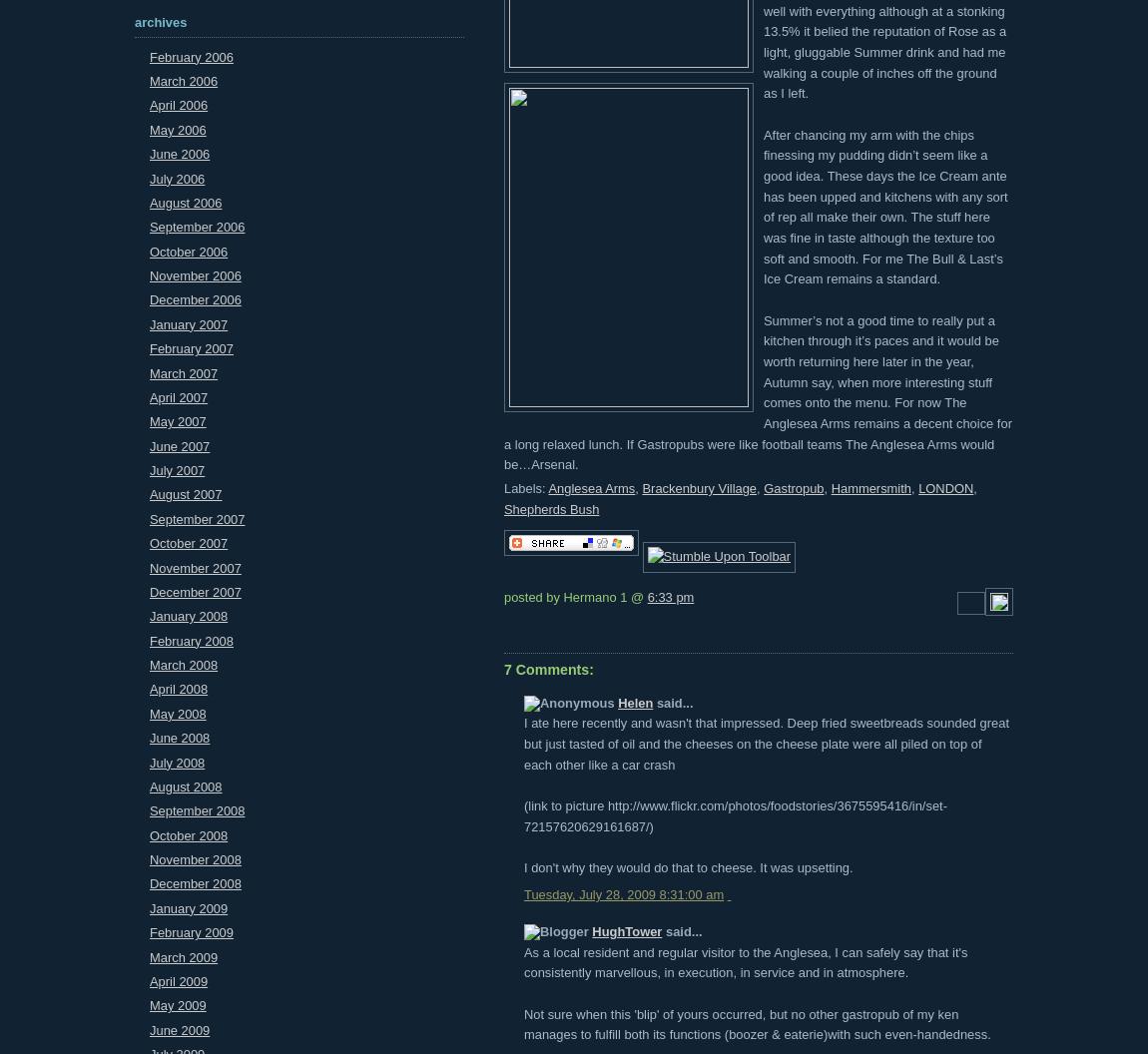  What do you see at coordinates (765, 743) in the screenshot?
I see `'I ate here recently and wasn't that impressed. Deep fried sweetbreads sounded great but just tasted of oil and the cheeses on the cheese plate were all piled on top of each other like a car crash'` at bounding box center [765, 743].